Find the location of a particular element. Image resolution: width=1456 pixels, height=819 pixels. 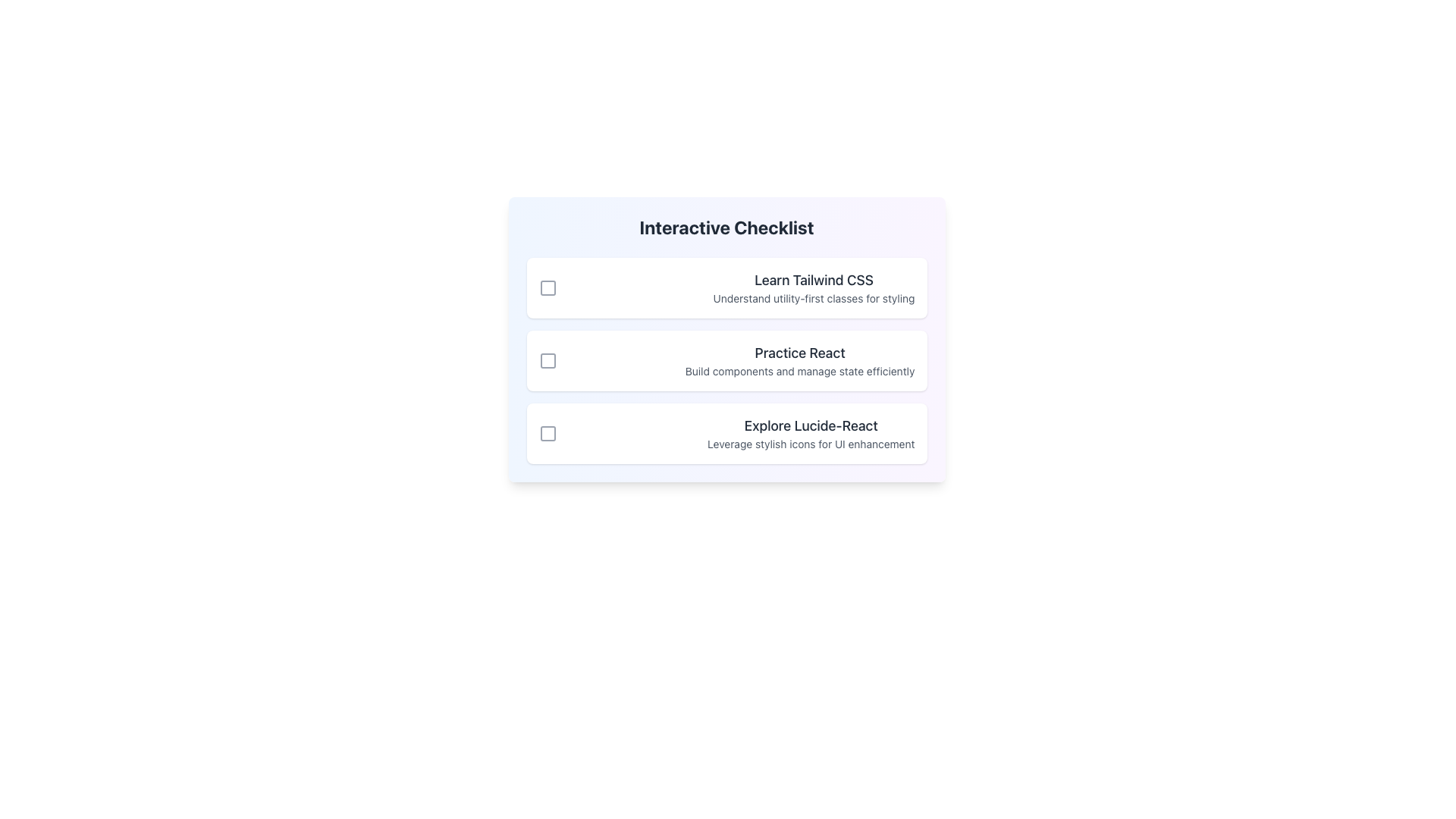

the informational Text block with the heading 'Learn Tailwind CSS' located to the right of a checkbox within the first white, shadowed card in the 'Interactive Checklist' section is located at coordinates (813, 288).